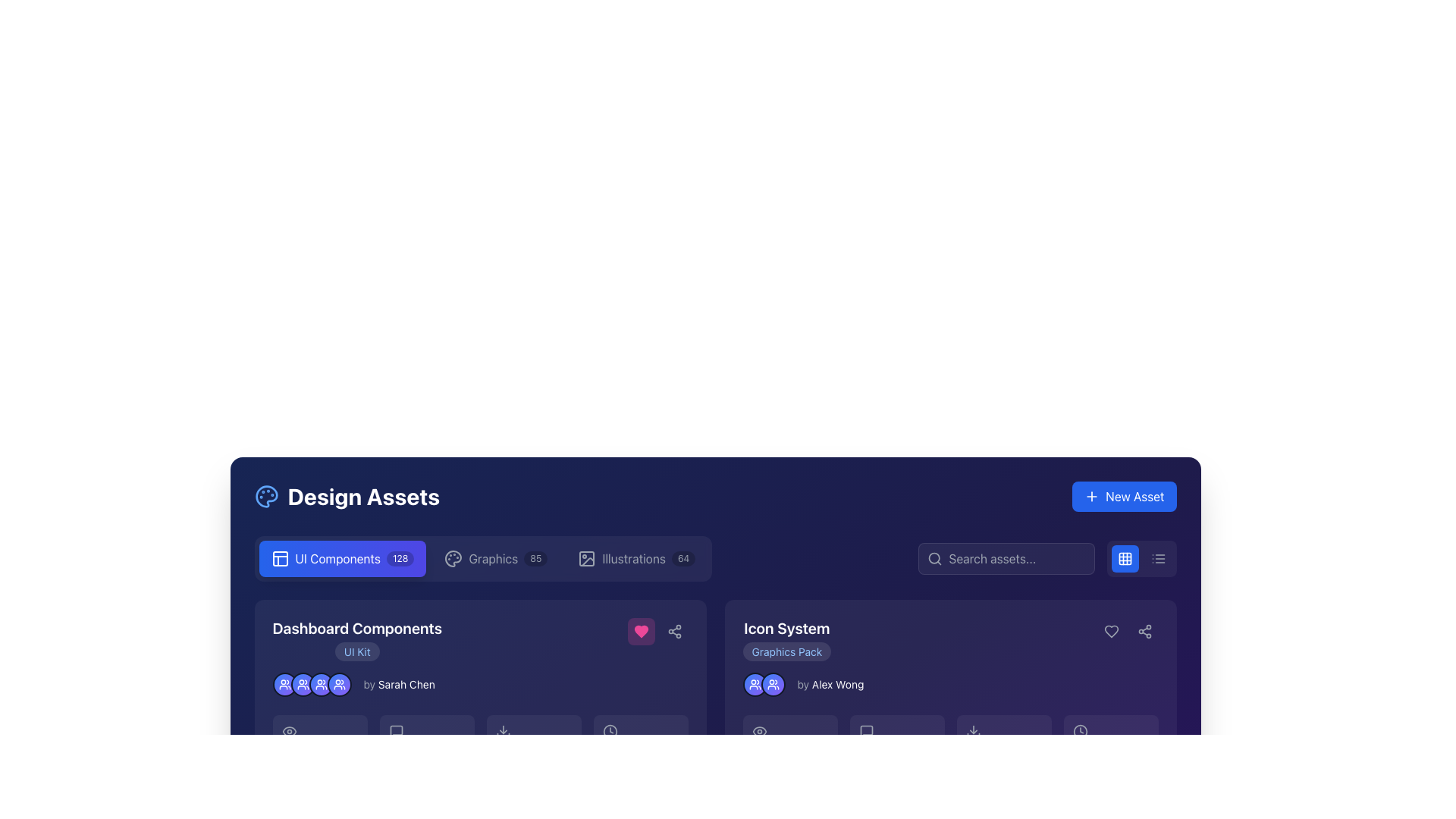 The image size is (1456, 819). Describe the element at coordinates (320, 684) in the screenshot. I see `the fourth circular avatar with a gradient background transitioning from blue to violet, featuring a white icon of a group of people and a gray border` at that location.